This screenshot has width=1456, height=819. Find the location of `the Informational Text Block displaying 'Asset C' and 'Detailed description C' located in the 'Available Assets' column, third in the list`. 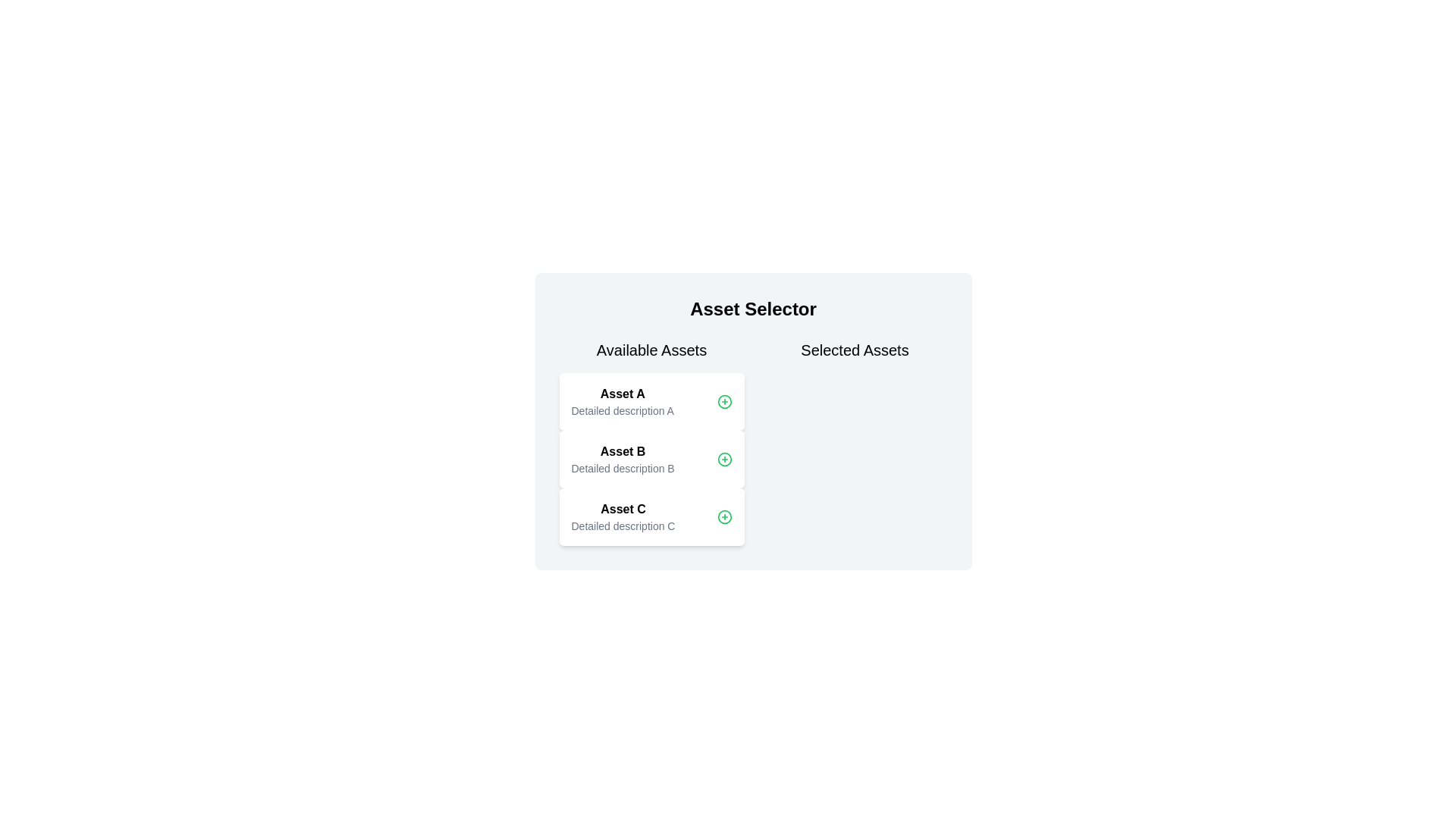

the Informational Text Block displaying 'Asset C' and 'Detailed description C' located in the 'Available Assets' column, third in the list is located at coordinates (623, 516).